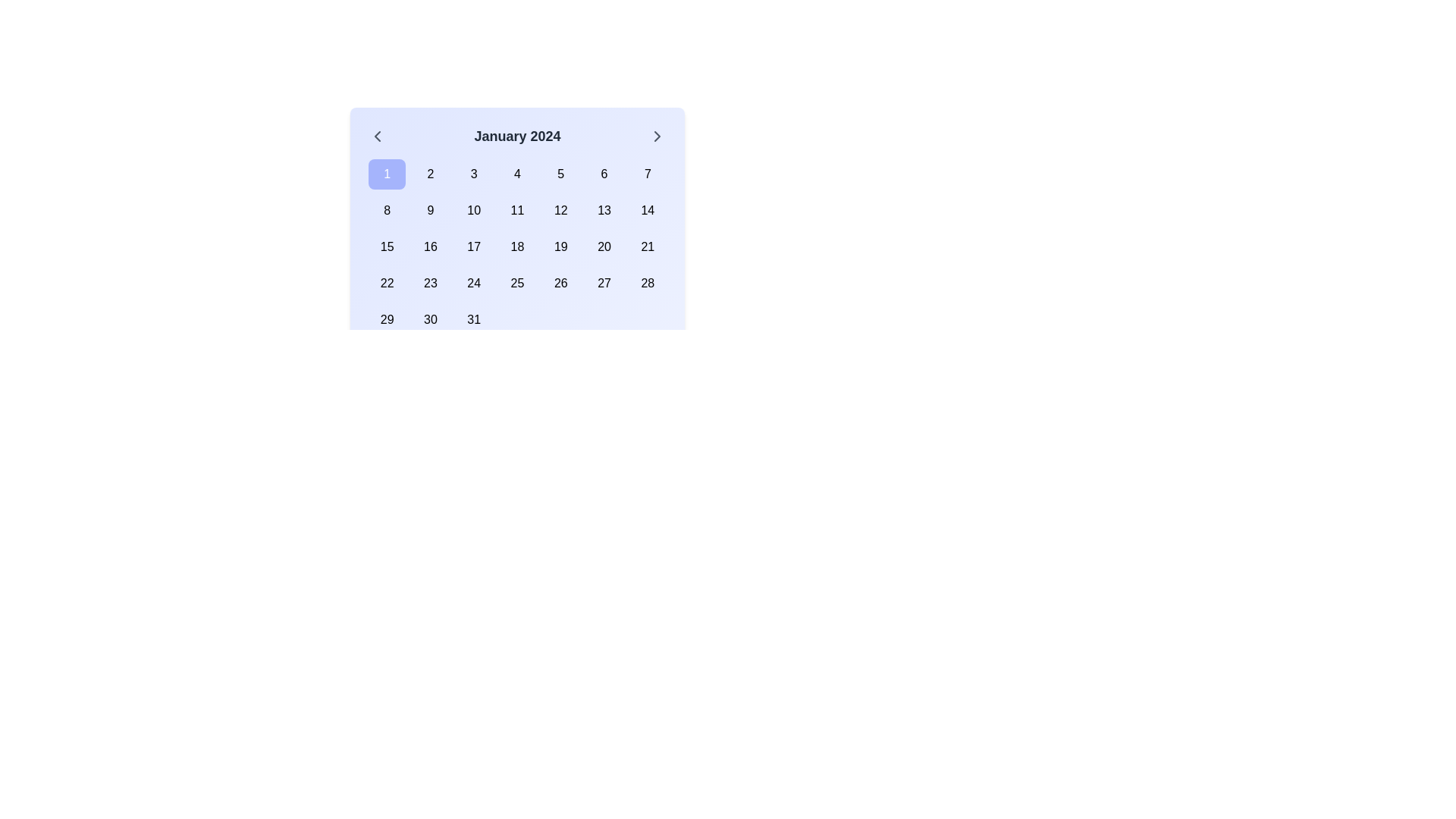 The height and width of the screenshot is (819, 1456). I want to click on the text label that displays the current month and year at the top center of the calendar interface, so click(517, 136).